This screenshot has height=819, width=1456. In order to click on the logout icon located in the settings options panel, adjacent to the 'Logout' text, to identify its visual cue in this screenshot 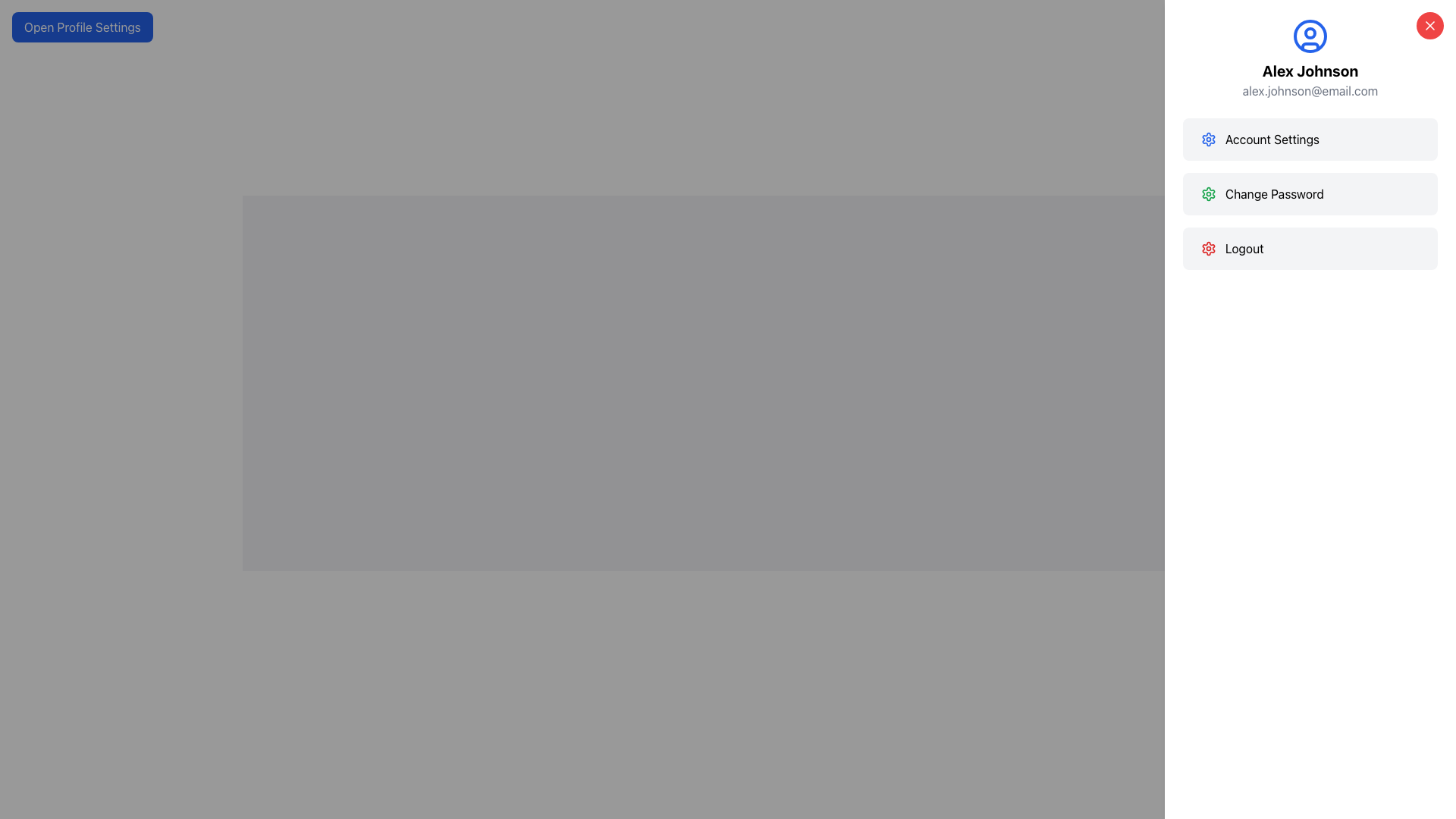, I will do `click(1207, 193)`.